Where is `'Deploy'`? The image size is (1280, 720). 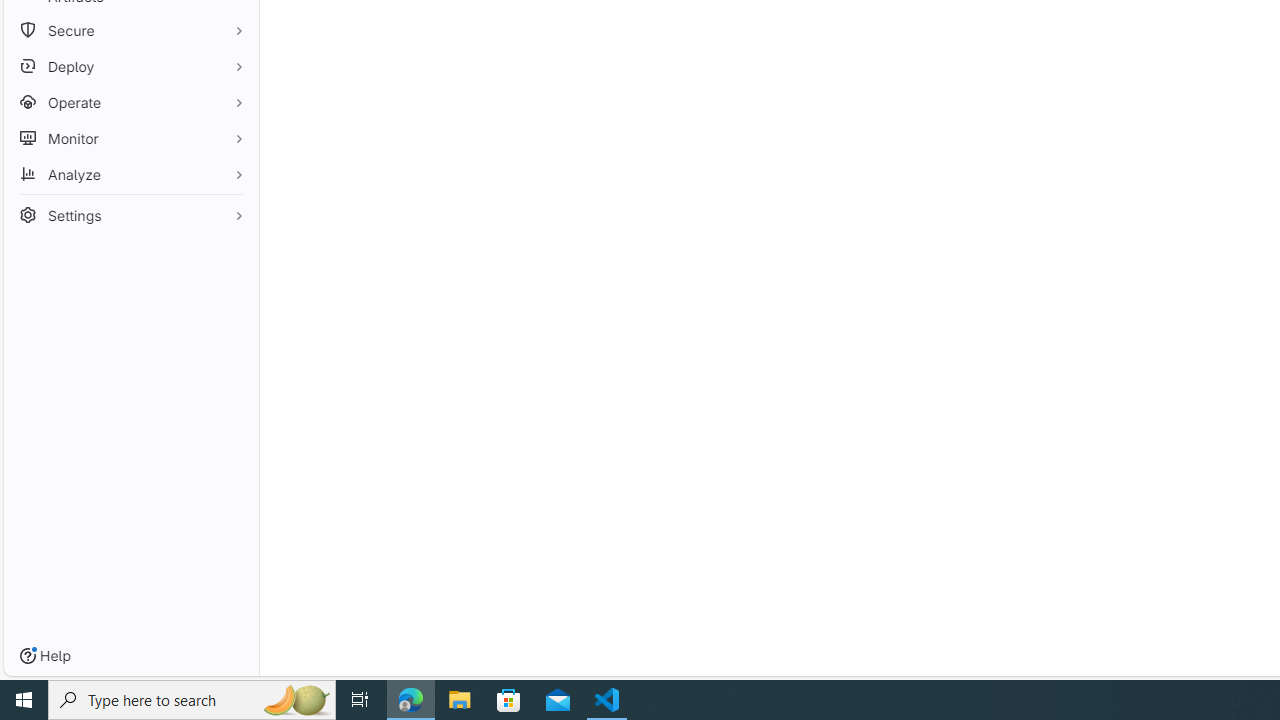
'Deploy' is located at coordinates (130, 65).